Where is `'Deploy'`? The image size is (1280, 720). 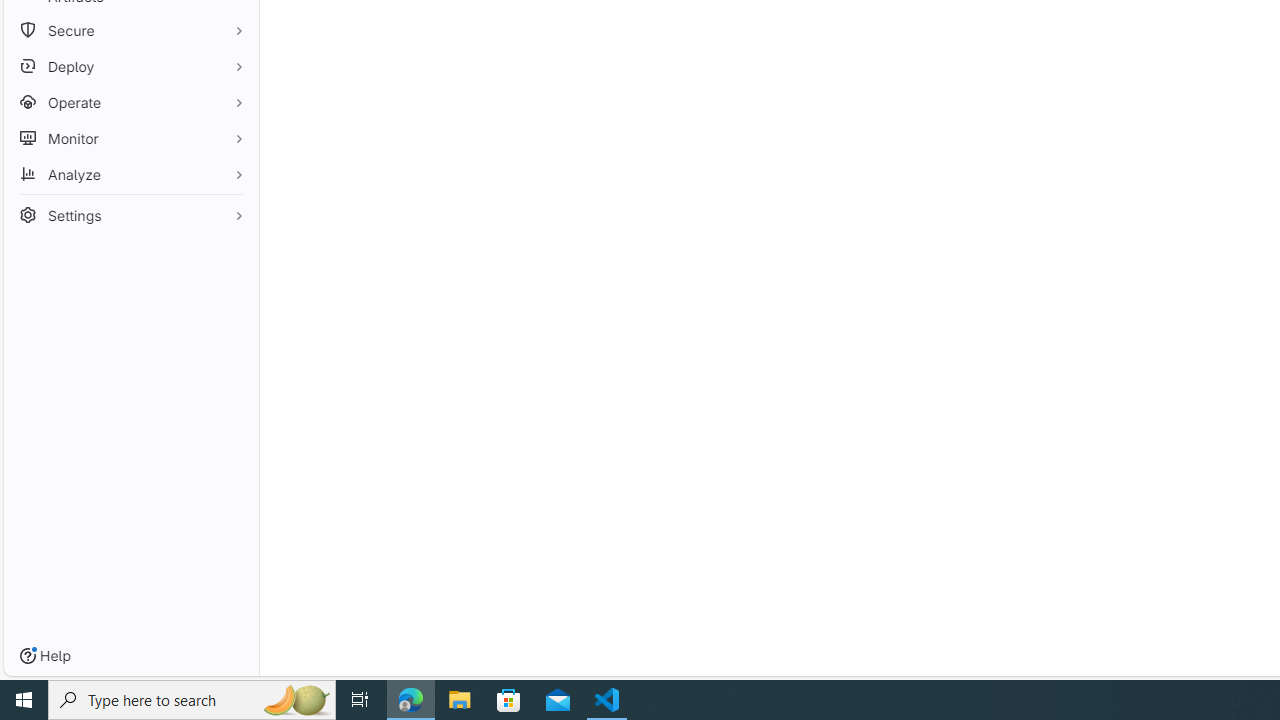
'Deploy' is located at coordinates (130, 65).